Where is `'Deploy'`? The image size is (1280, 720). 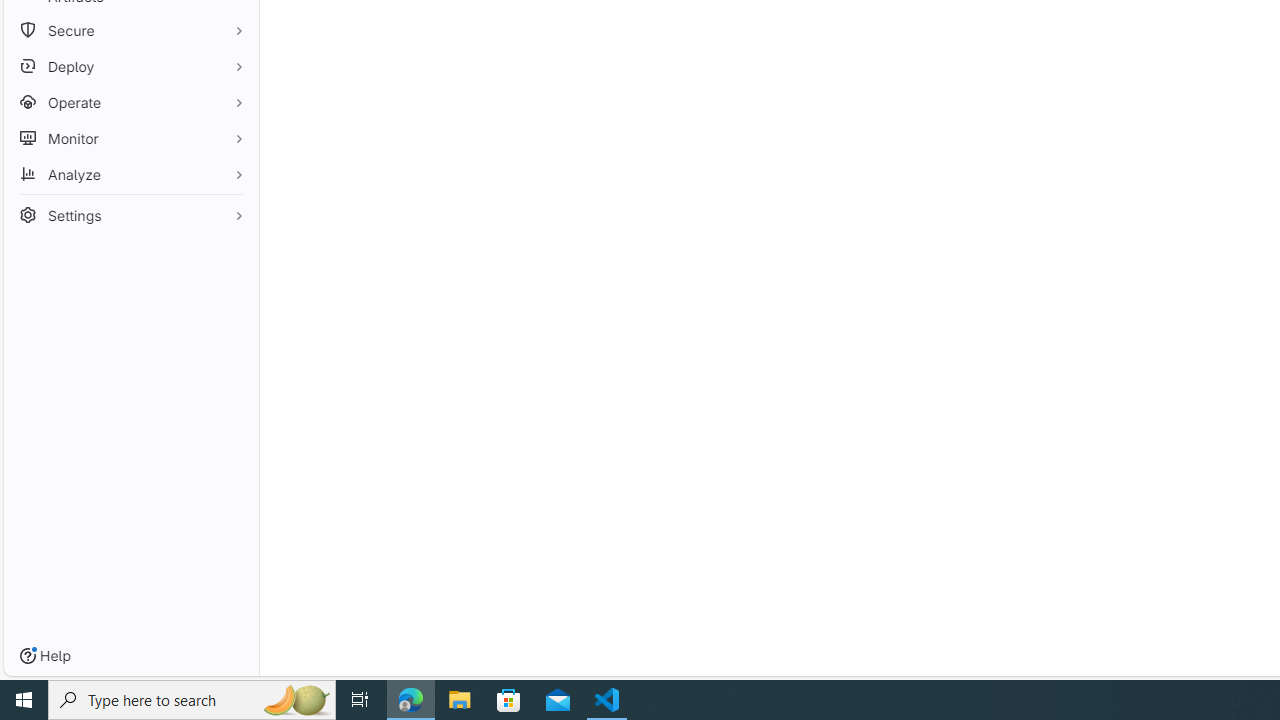
'Deploy' is located at coordinates (130, 65).